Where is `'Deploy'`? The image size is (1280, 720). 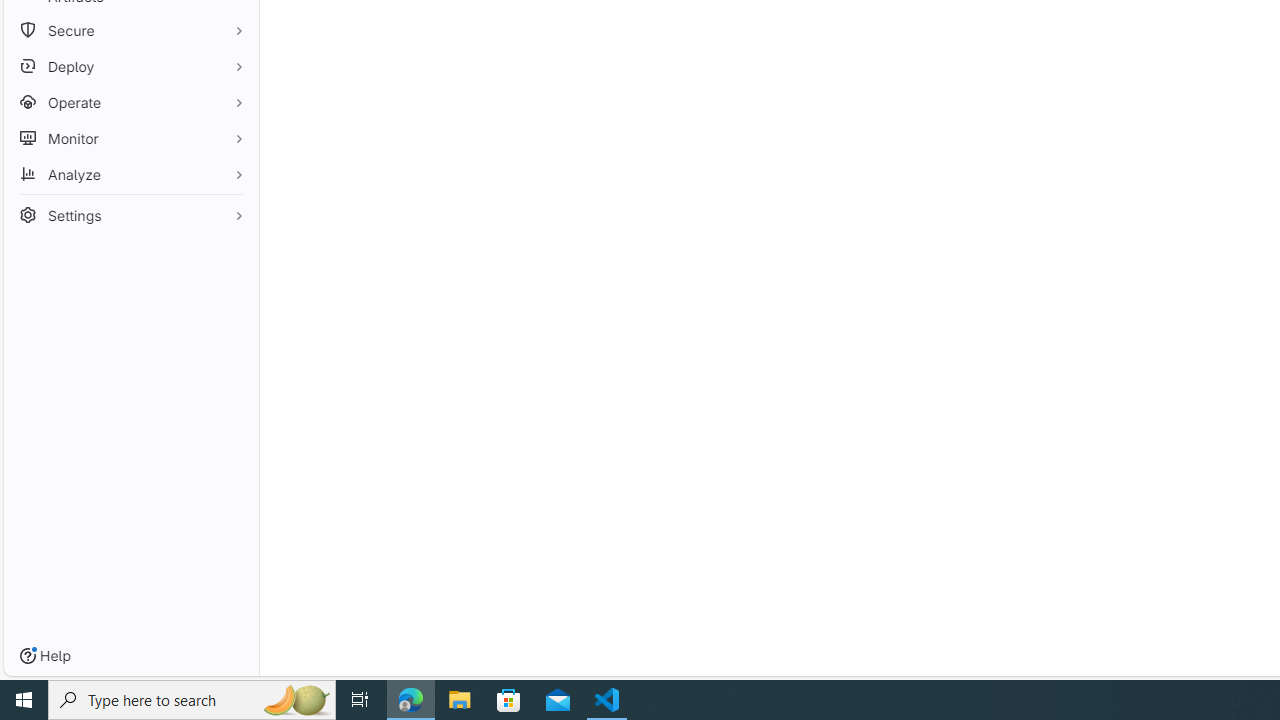
'Deploy' is located at coordinates (130, 65).